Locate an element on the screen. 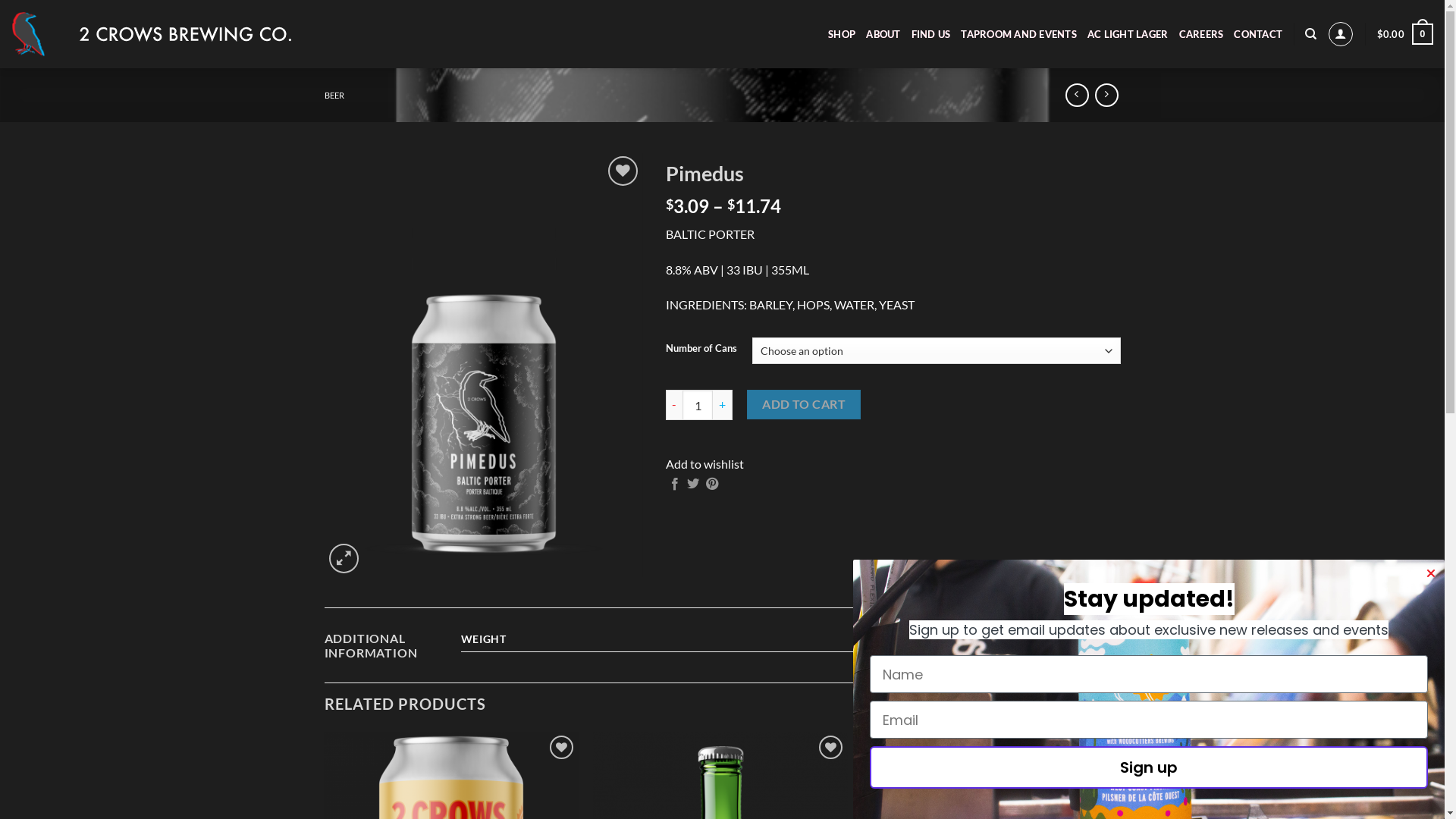 The image size is (1456, 819). 'AC LIGHT LAGER' is located at coordinates (1128, 34).